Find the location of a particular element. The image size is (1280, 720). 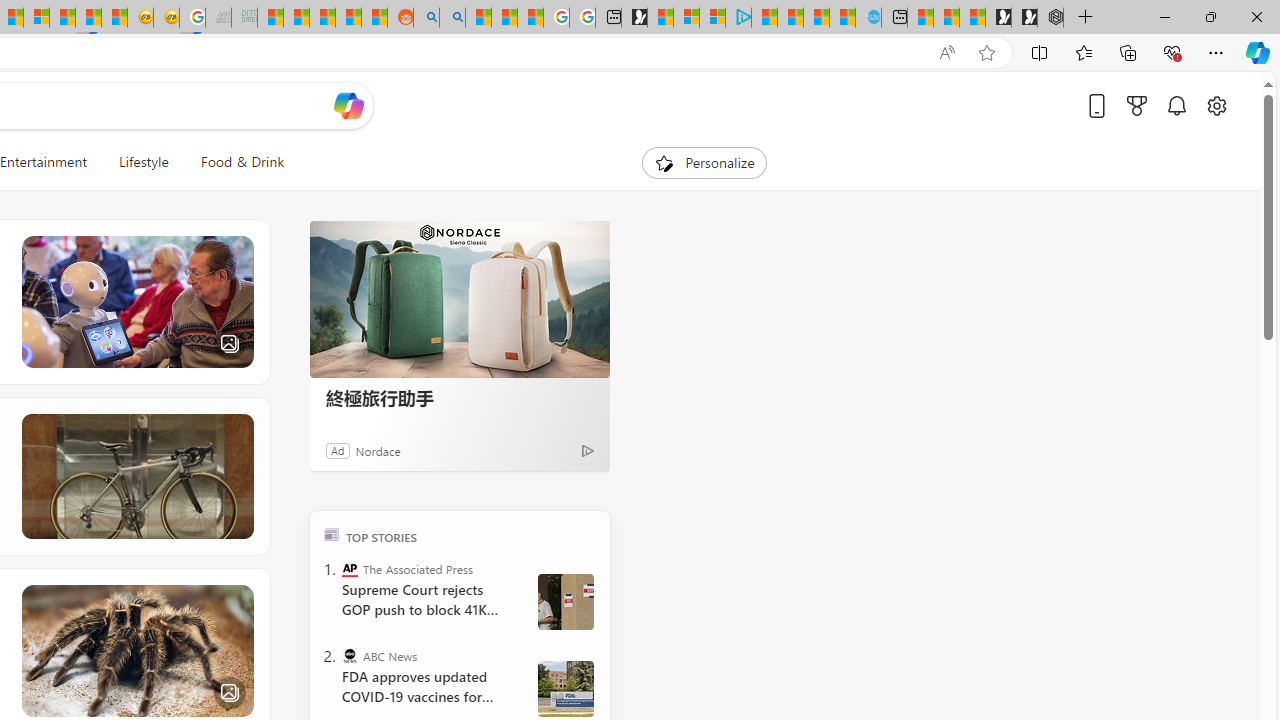

'Bike Gurus' is located at coordinates (135, 476).